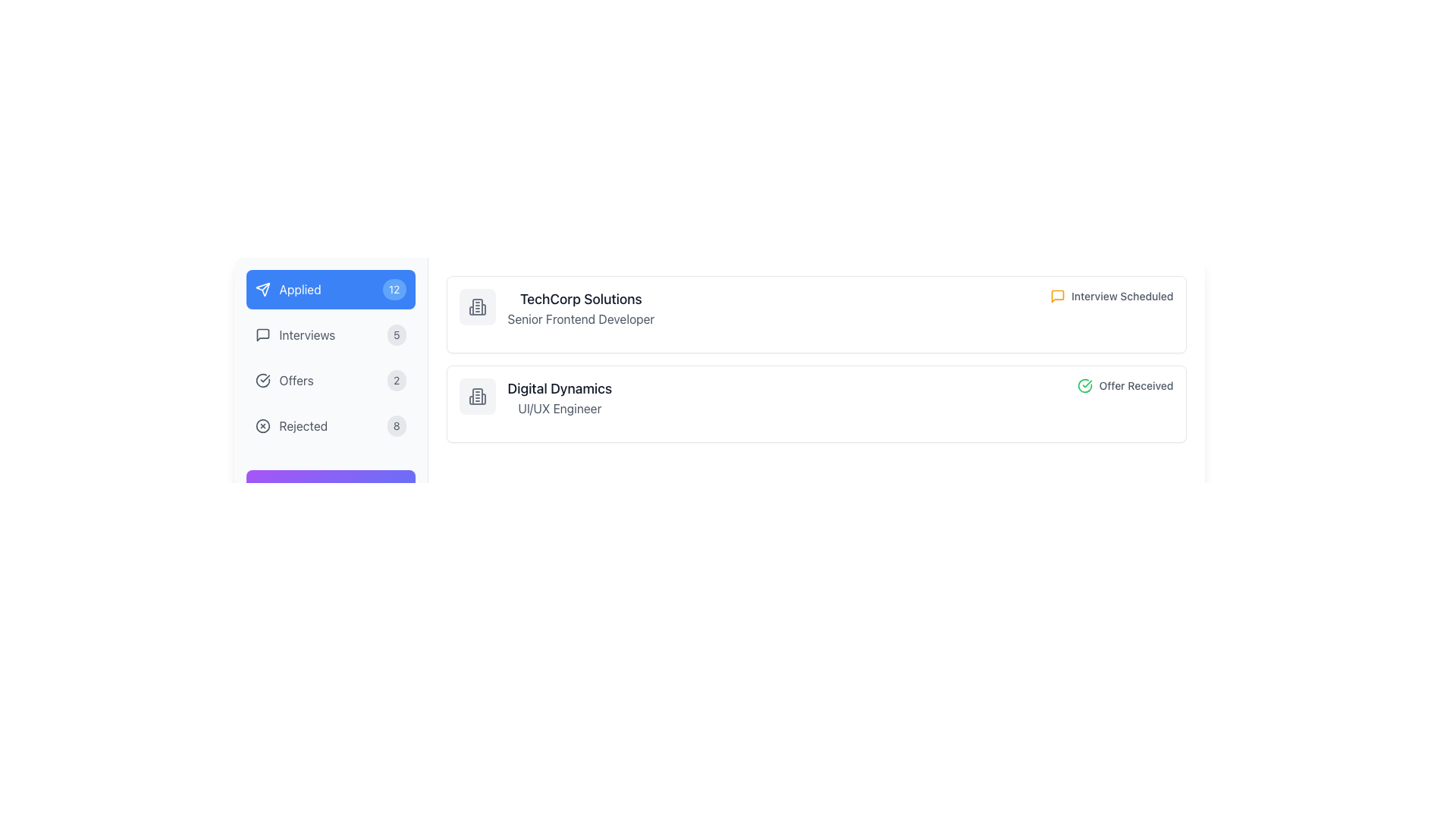  What do you see at coordinates (303, 426) in the screenshot?
I see `text label that says 'Rejected' located in the left sidebar under the 'Offers' section, which is the fourth option in the vertical list` at bounding box center [303, 426].